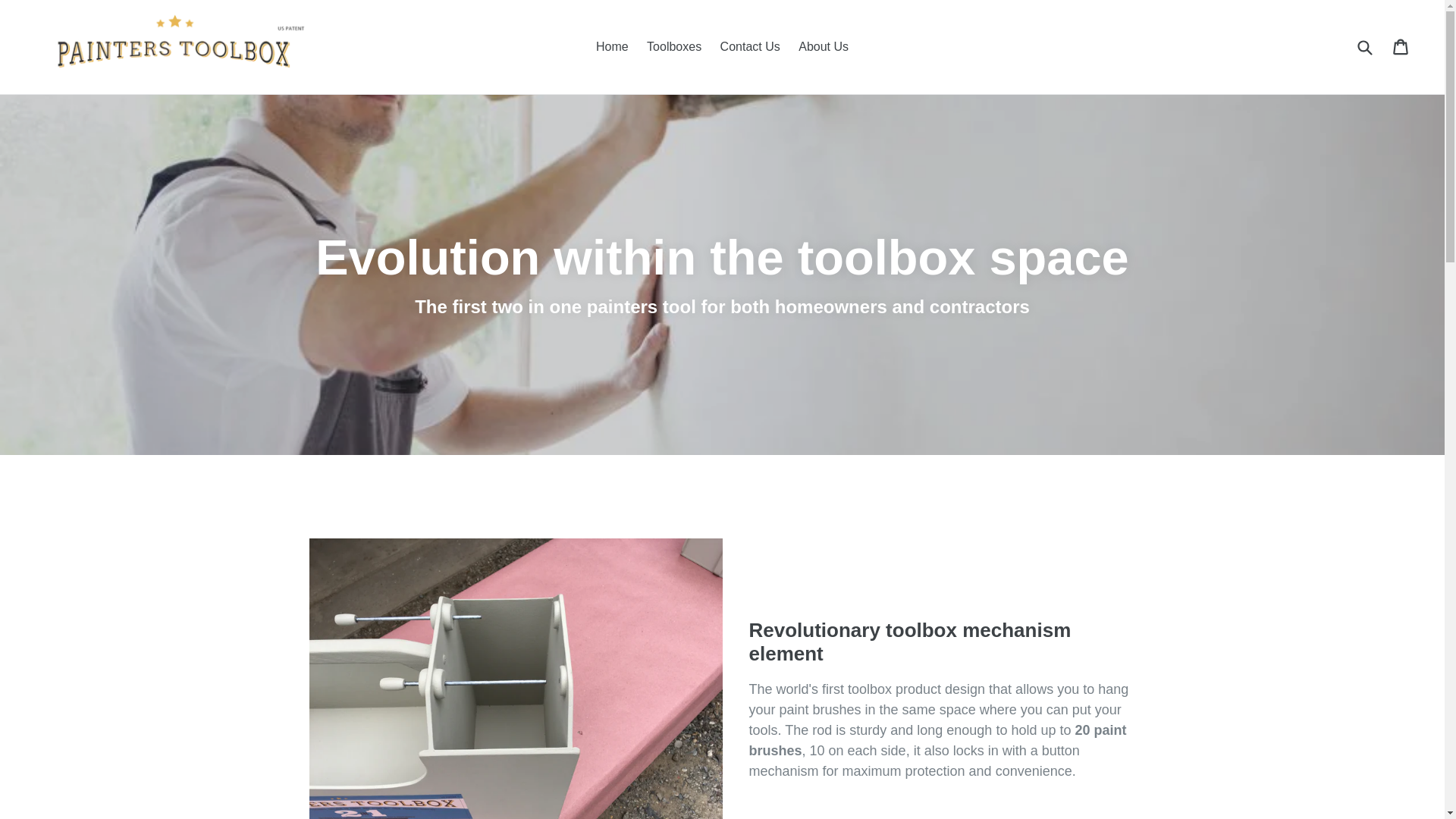 The image size is (1456, 819). I want to click on 'Cart, so click(1401, 45).